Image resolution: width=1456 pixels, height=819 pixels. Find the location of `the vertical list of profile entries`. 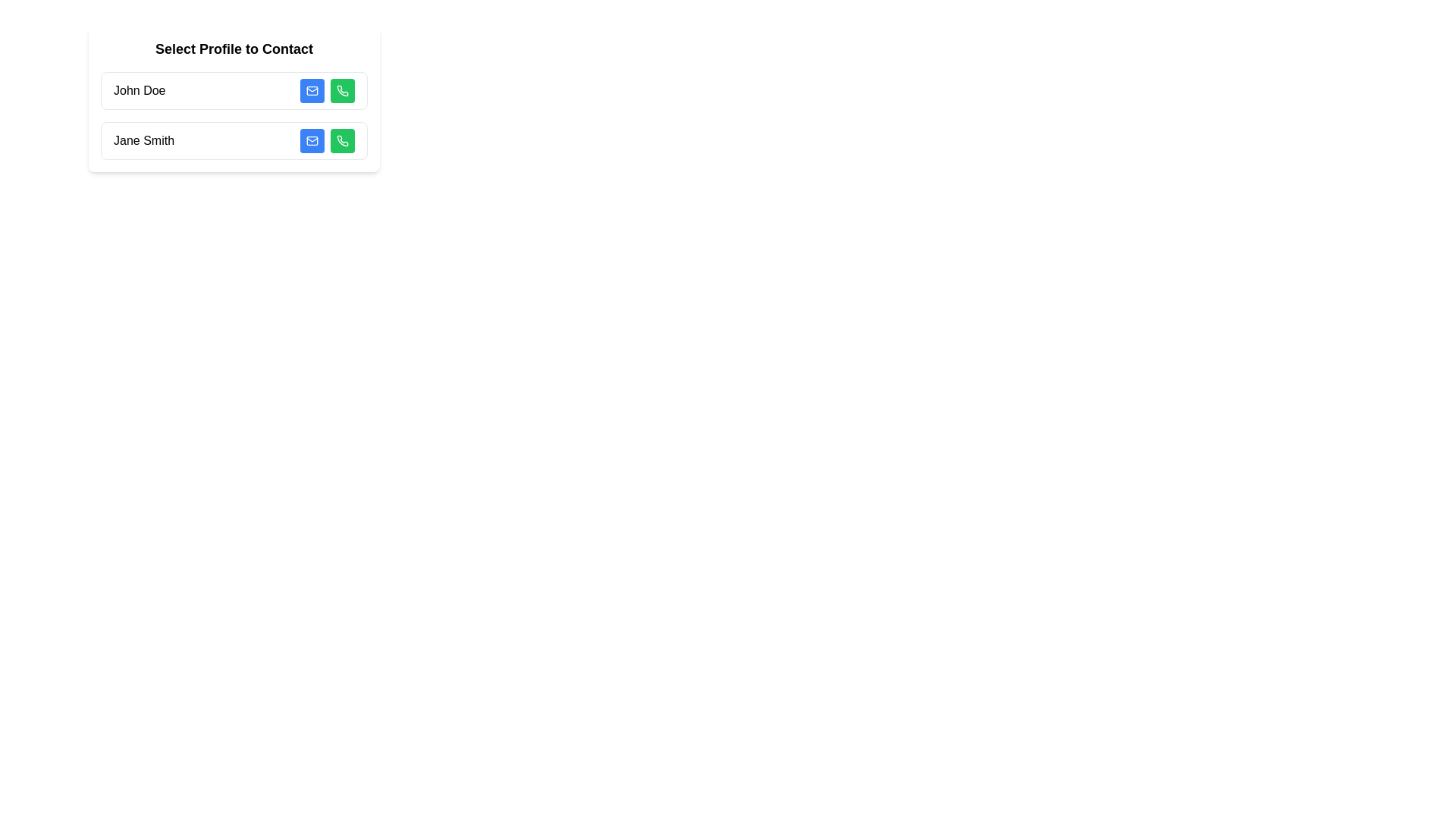

the vertical list of profile entries is located at coordinates (233, 115).